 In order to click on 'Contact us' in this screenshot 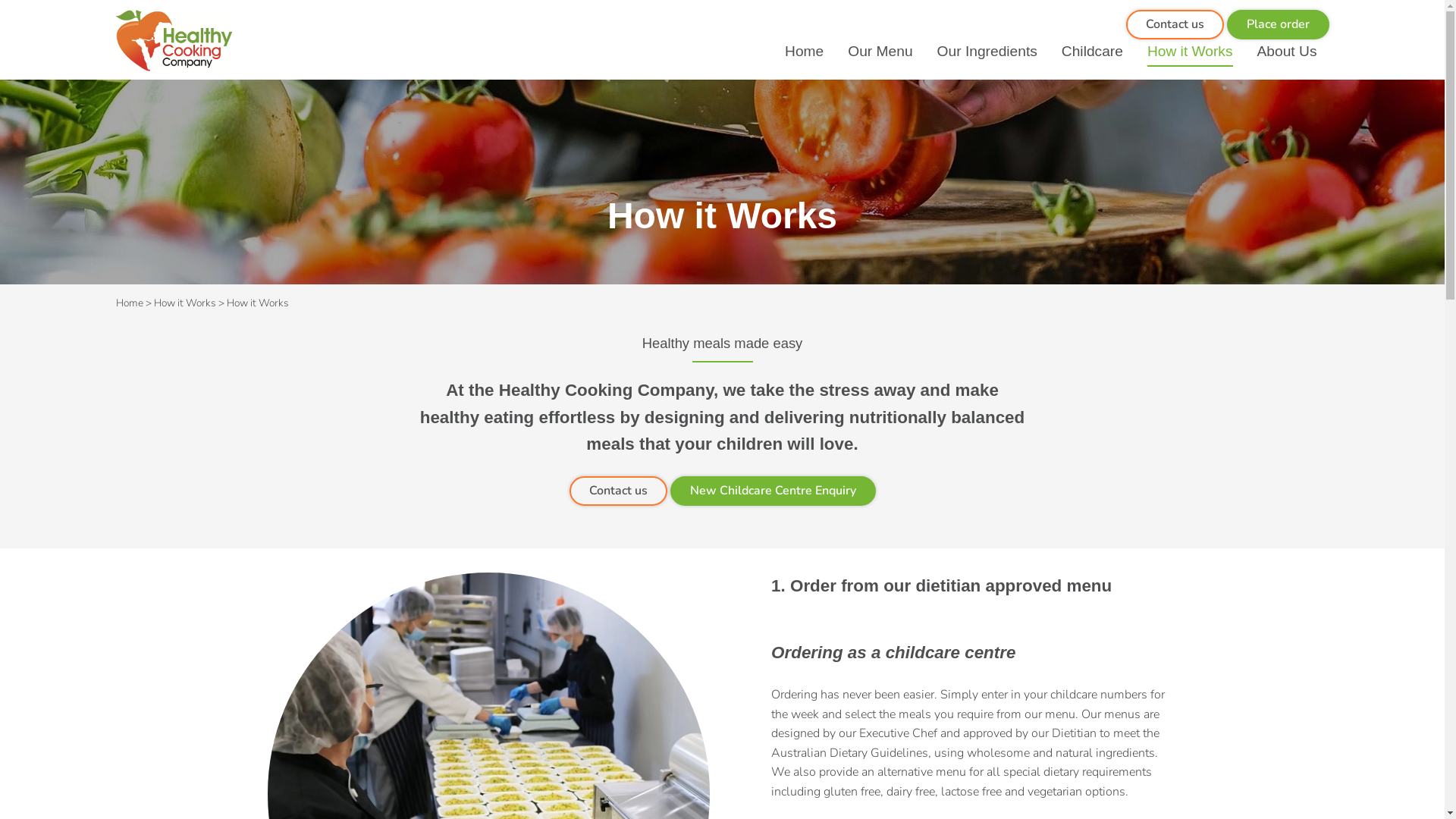, I will do `click(1173, 24)`.